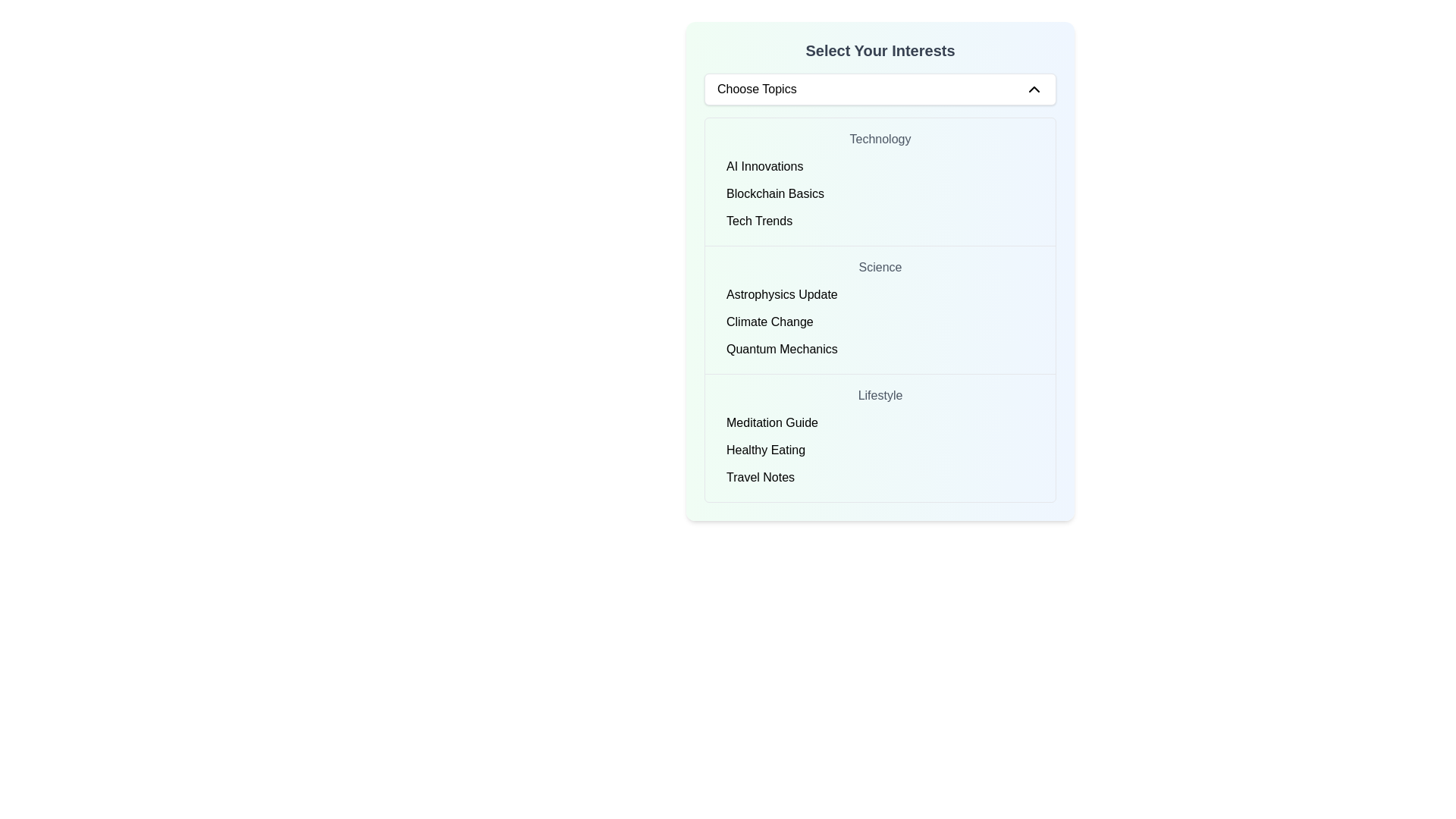 The height and width of the screenshot is (819, 1456). Describe the element at coordinates (772, 423) in the screenshot. I see `the 'Meditation Guide' static text label` at that location.